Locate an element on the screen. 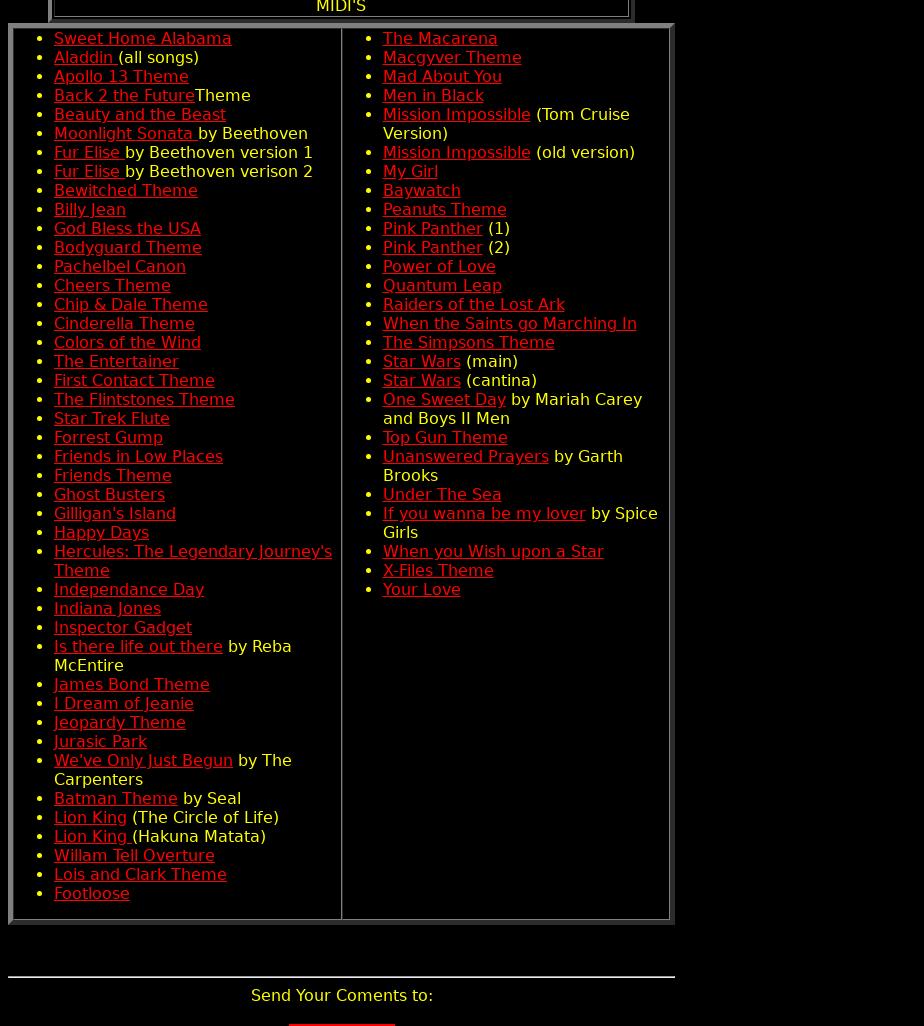  'by The Carpenters' is located at coordinates (172, 770).